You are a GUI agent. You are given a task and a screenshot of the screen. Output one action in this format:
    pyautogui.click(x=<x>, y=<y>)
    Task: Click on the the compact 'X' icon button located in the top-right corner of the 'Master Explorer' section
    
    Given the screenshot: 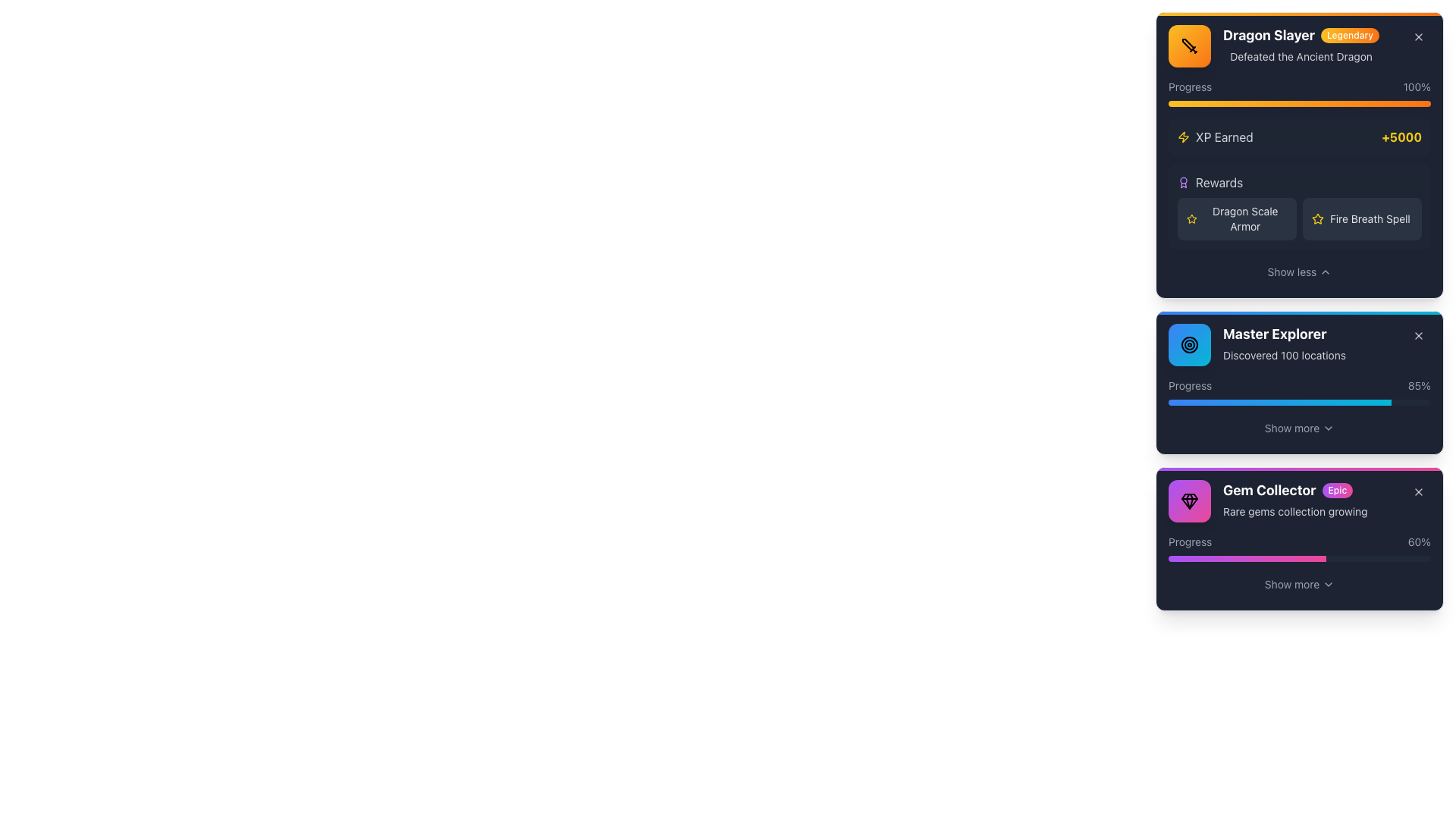 What is the action you would take?
    pyautogui.click(x=1418, y=335)
    